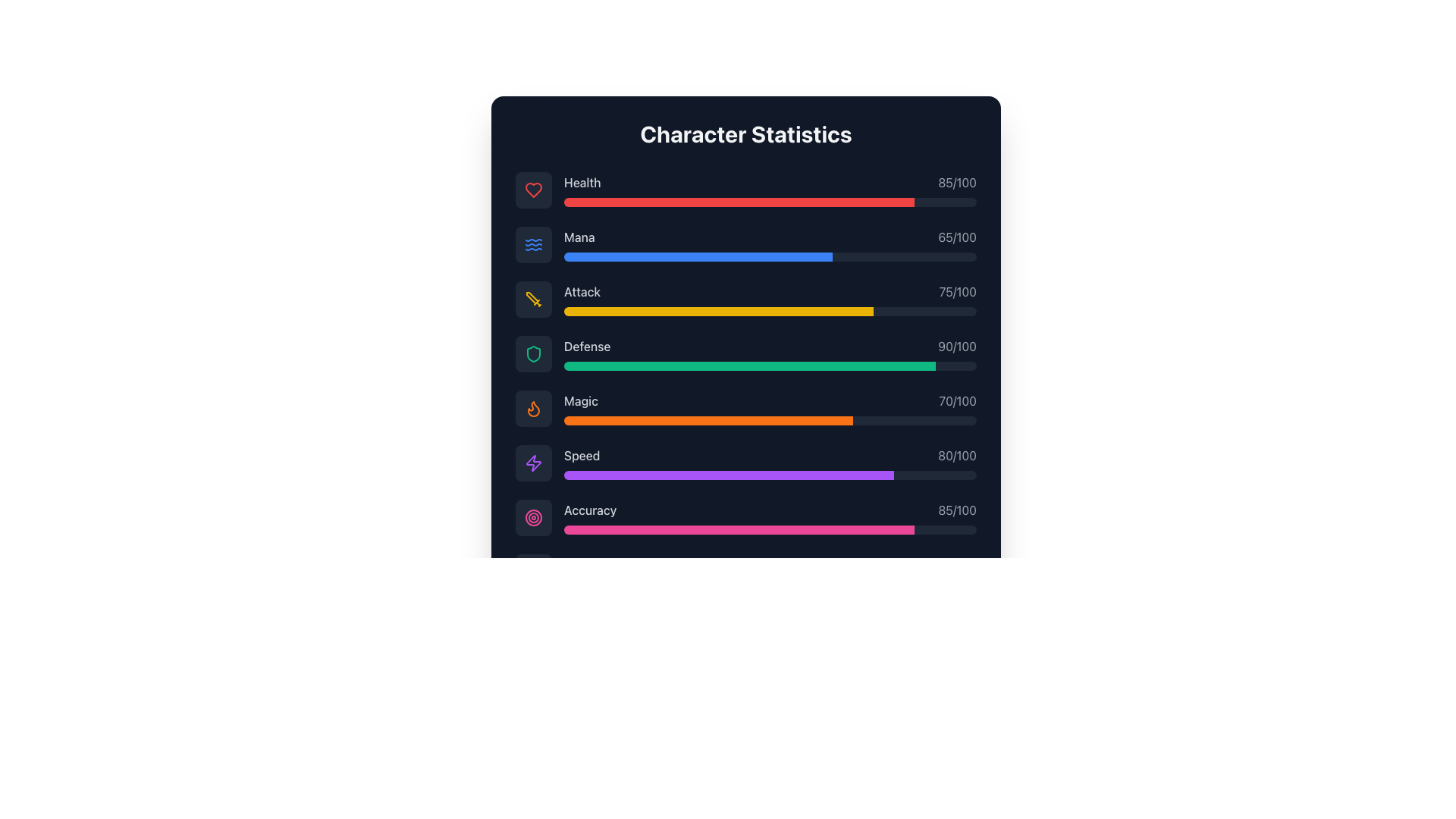  Describe the element at coordinates (957, 400) in the screenshot. I see `the text label displaying the current 'Magic' statistic value of '70/100', which is located under the 'Magic' section, aligned to the right of the progress bar` at that location.